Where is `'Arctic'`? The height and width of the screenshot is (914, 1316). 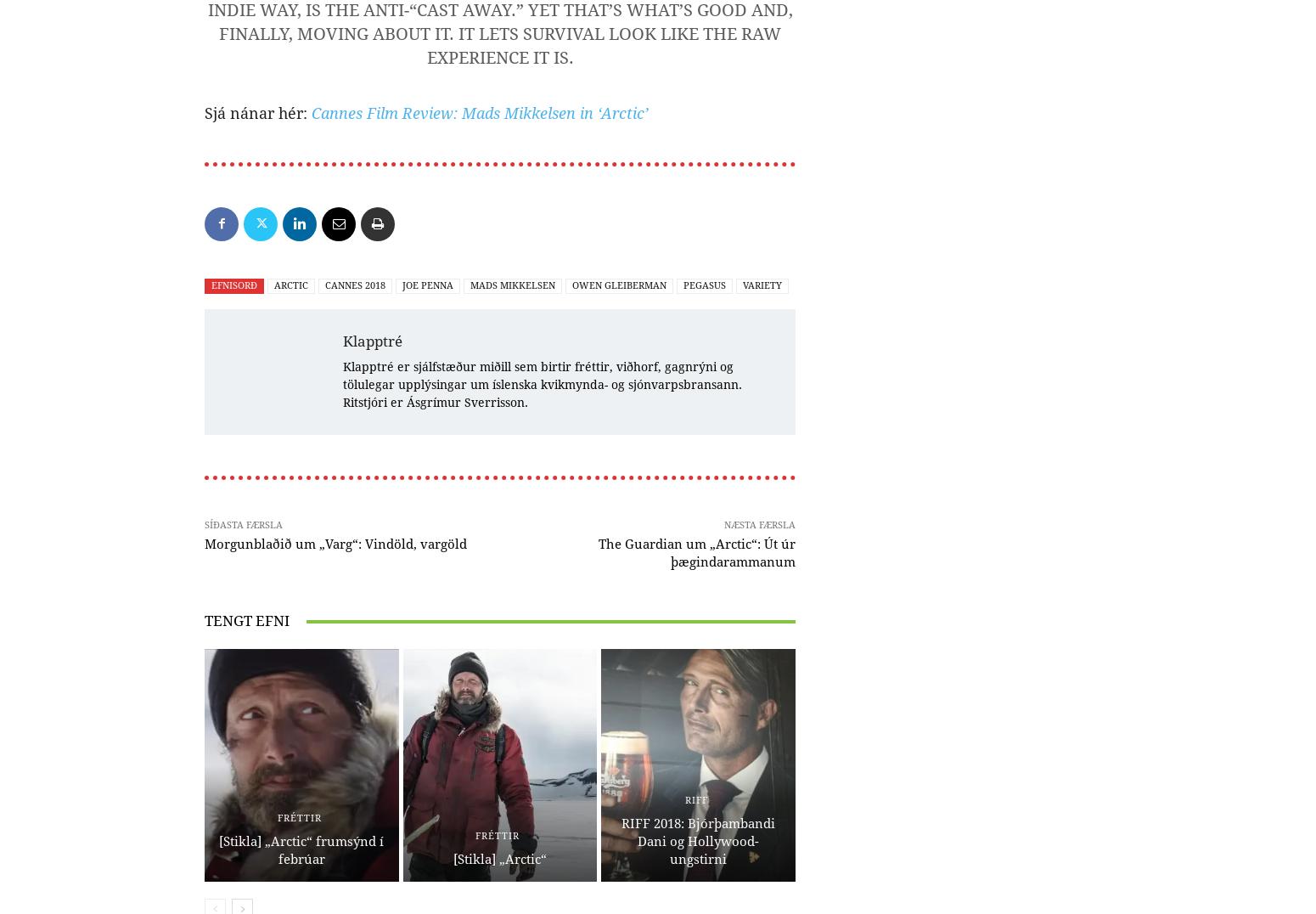 'Arctic' is located at coordinates (290, 285).